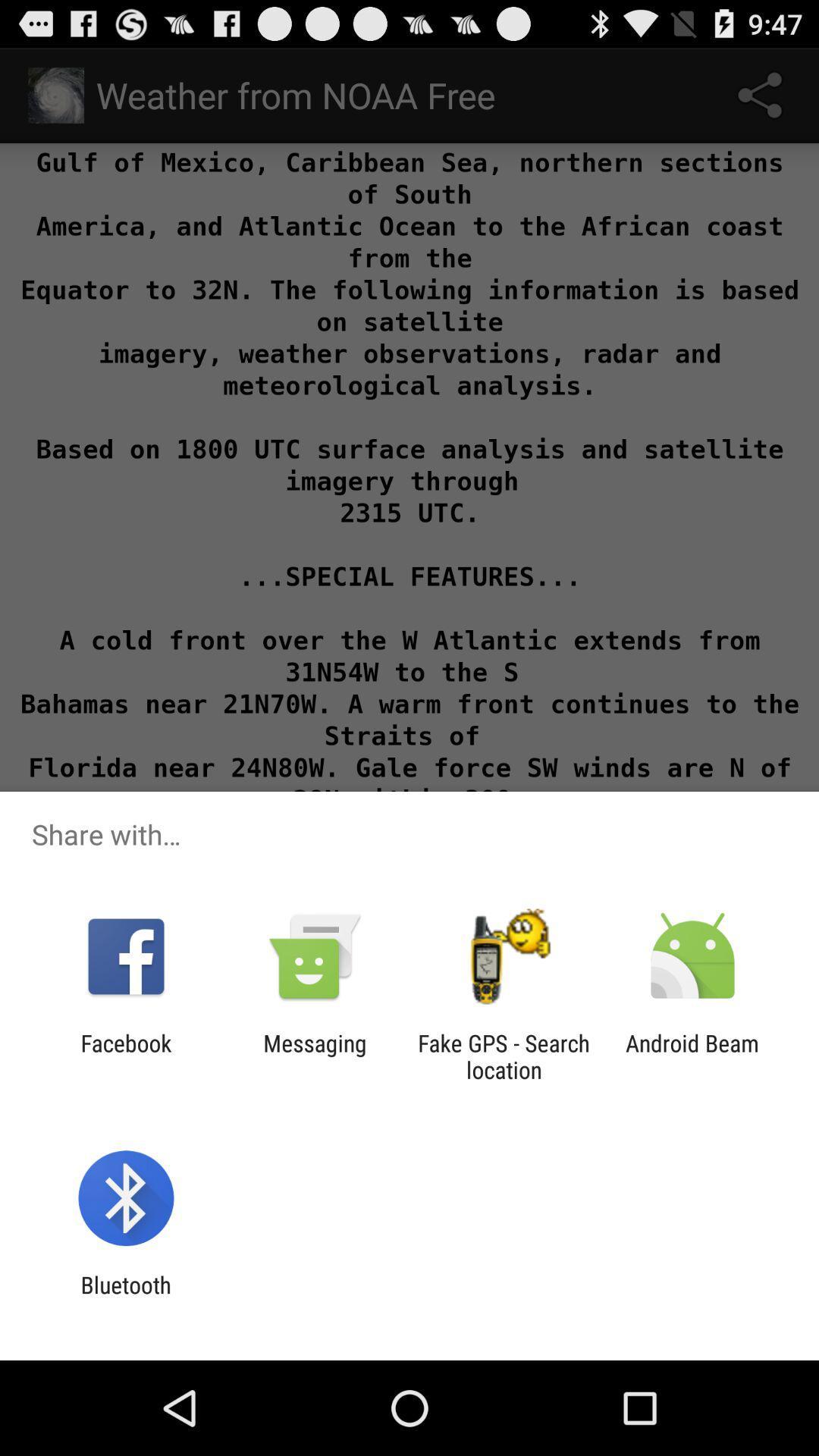 This screenshot has width=819, height=1456. Describe the element at coordinates (504, 1056) in the screenshot. I see `item next to android beam icon` at that location.